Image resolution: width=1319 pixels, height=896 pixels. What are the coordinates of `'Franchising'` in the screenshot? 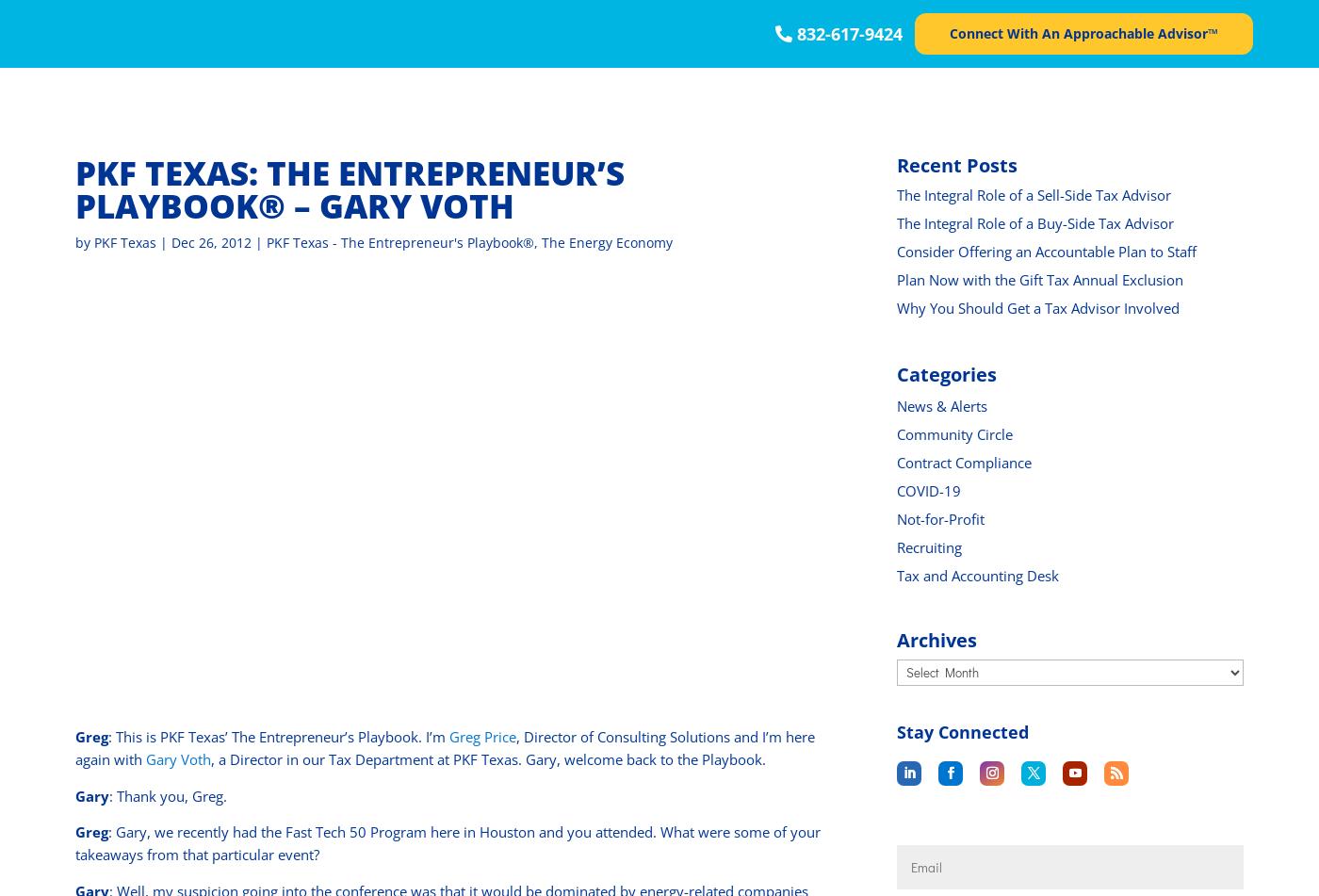 It's located at (420, 314).